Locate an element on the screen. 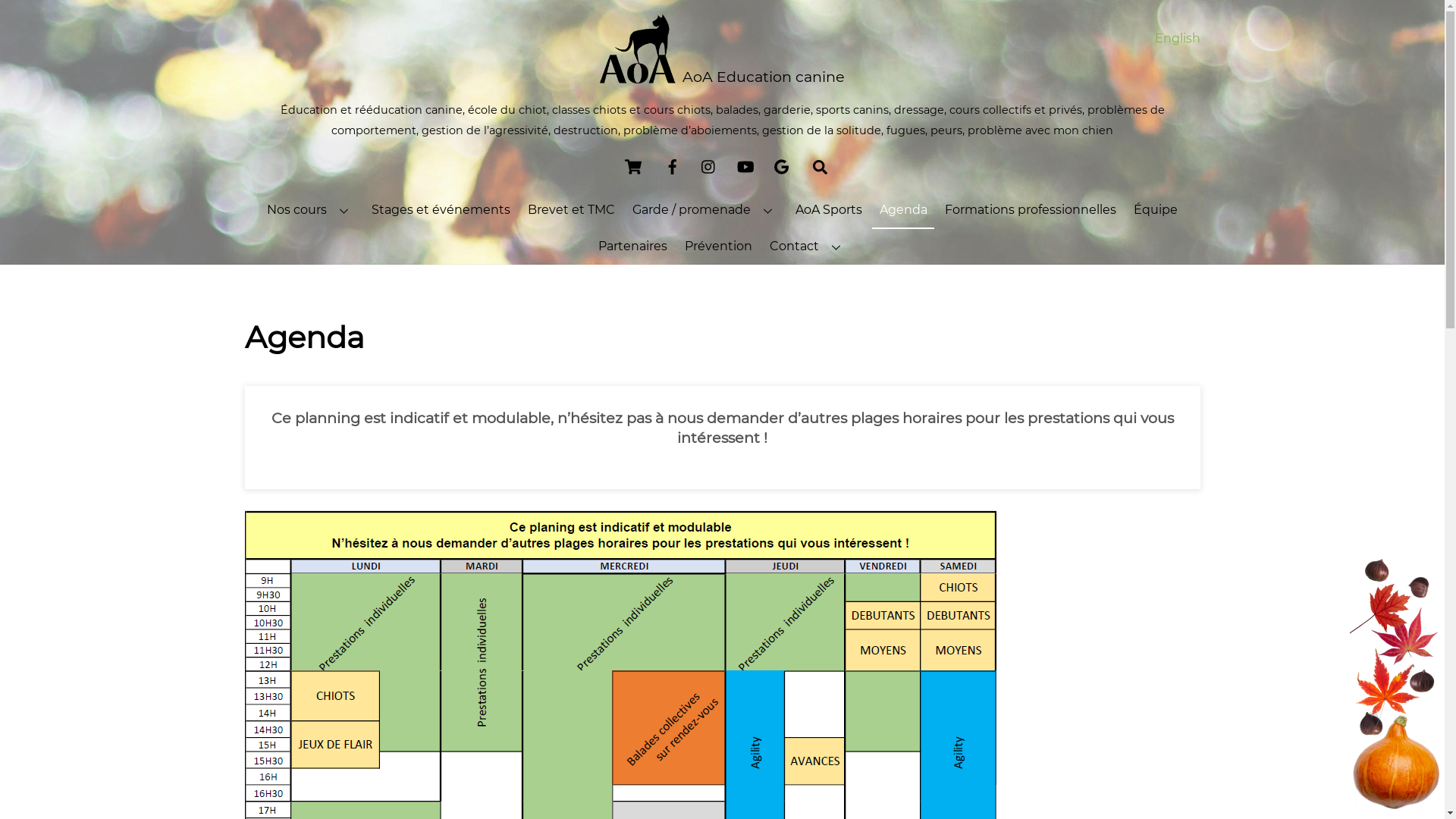  'Chercher' is located at coordinates (819, 166).